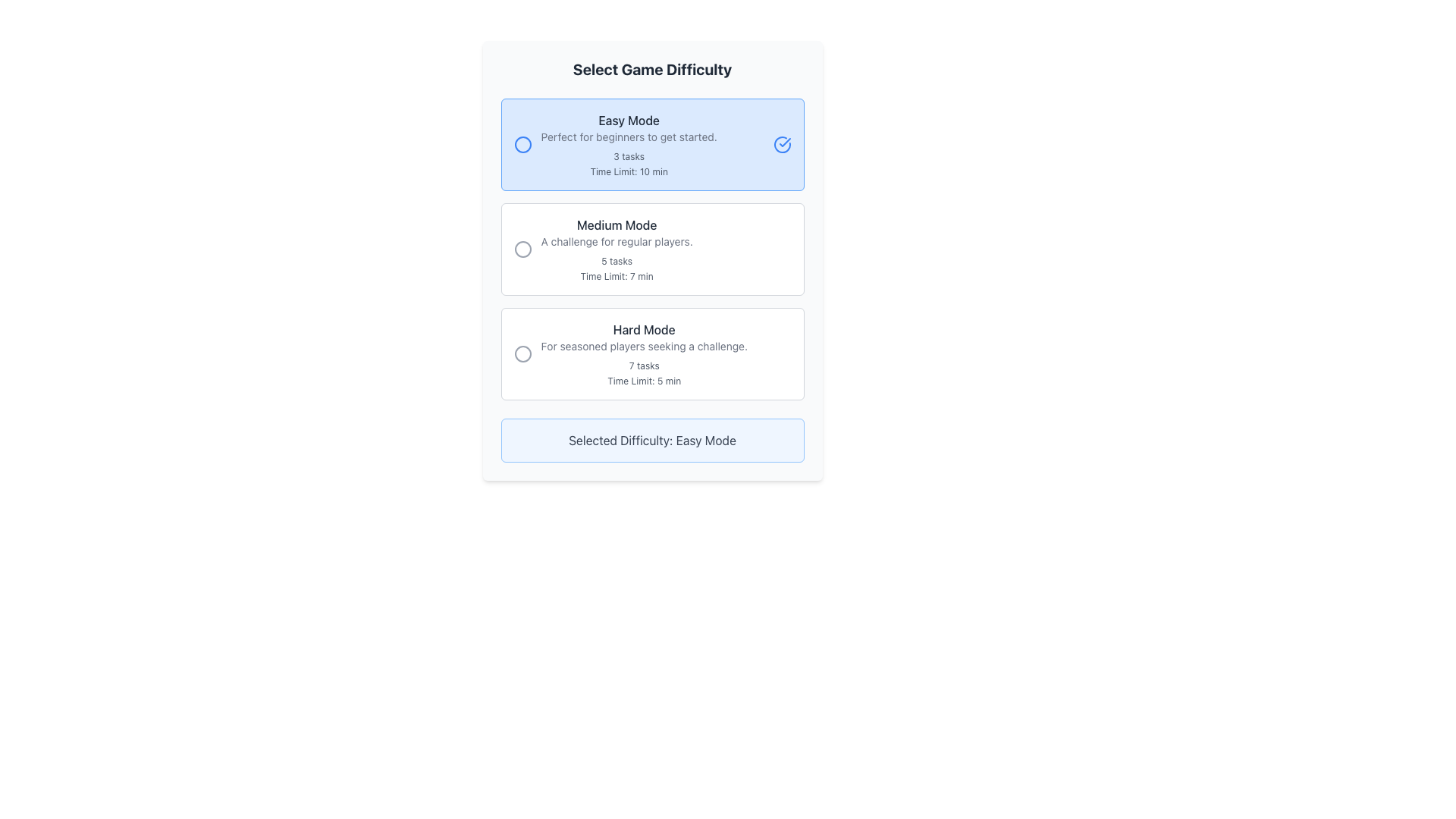 The height and width of the screenshot is (819, 1456). Describe the element at coordinates (522, 145) in the screenshot. I see `the circular graphical indicator that visually indicates the 'Easy Mode' option is currently selected, located to the left of the 'Easy Mode' text in the selection menu panel` at that location.